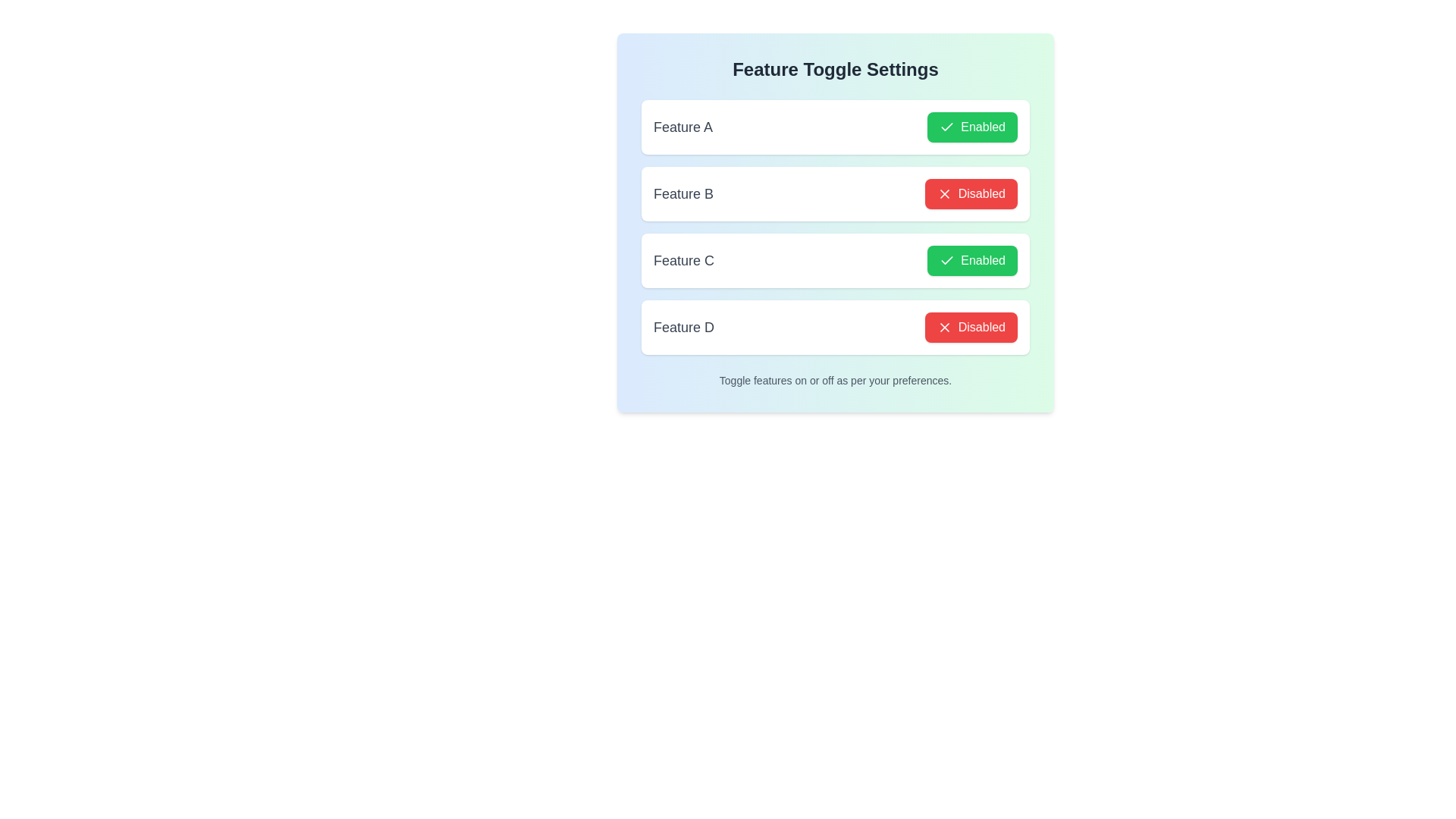  Describe the element at coordinates (946, 259) in the screenshot. I see `the green checkmark icon within the 'Enabled' button, which has a green background and white text, located adjacent to the text 'Enabled'` at that location.